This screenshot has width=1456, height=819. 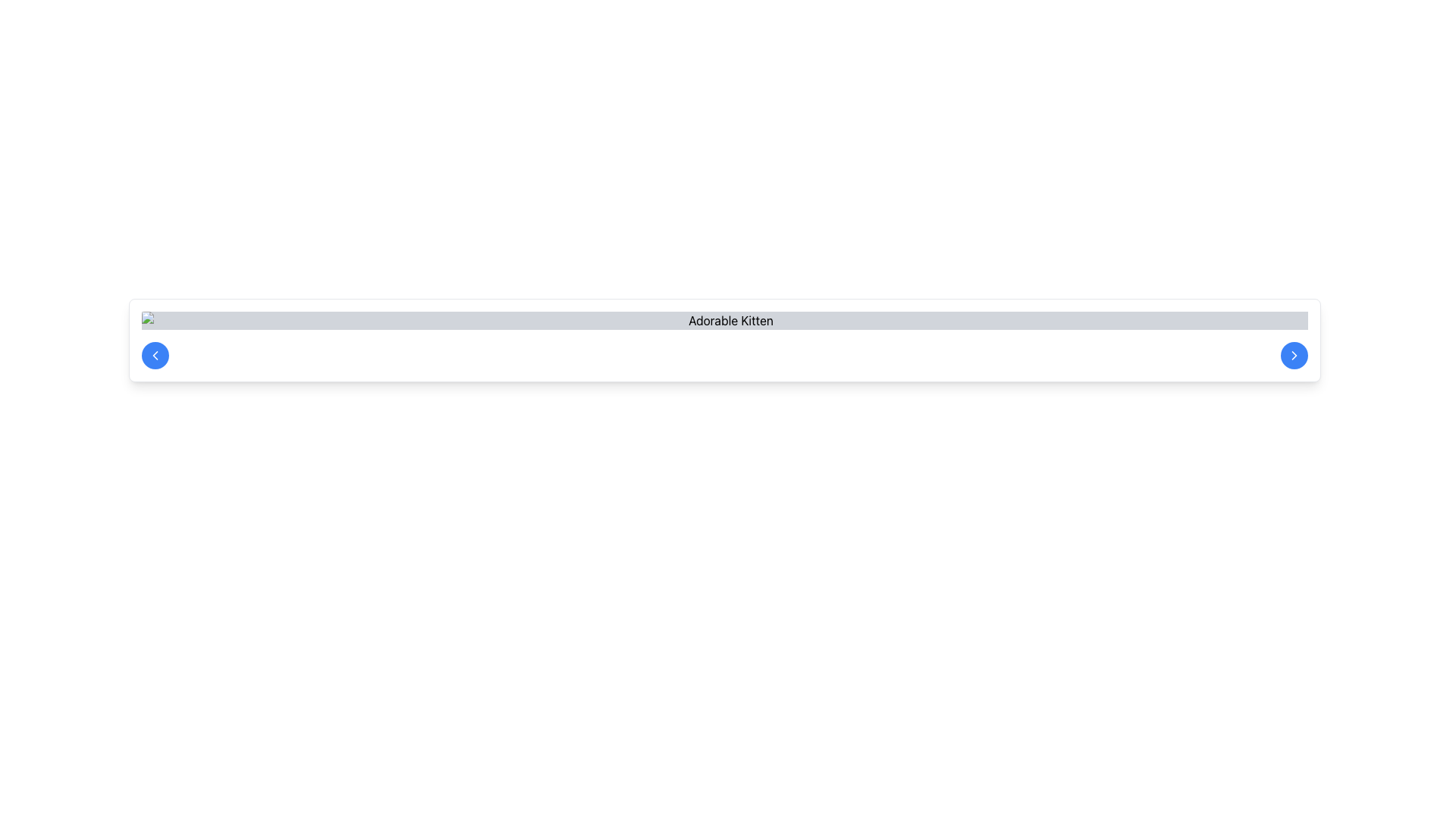 I want to click on the chevron icon located near the far-right end of the rectangular box containing the text 'Adorable Kitten', which indicates a navigational action, so click(x=1294, y=356).